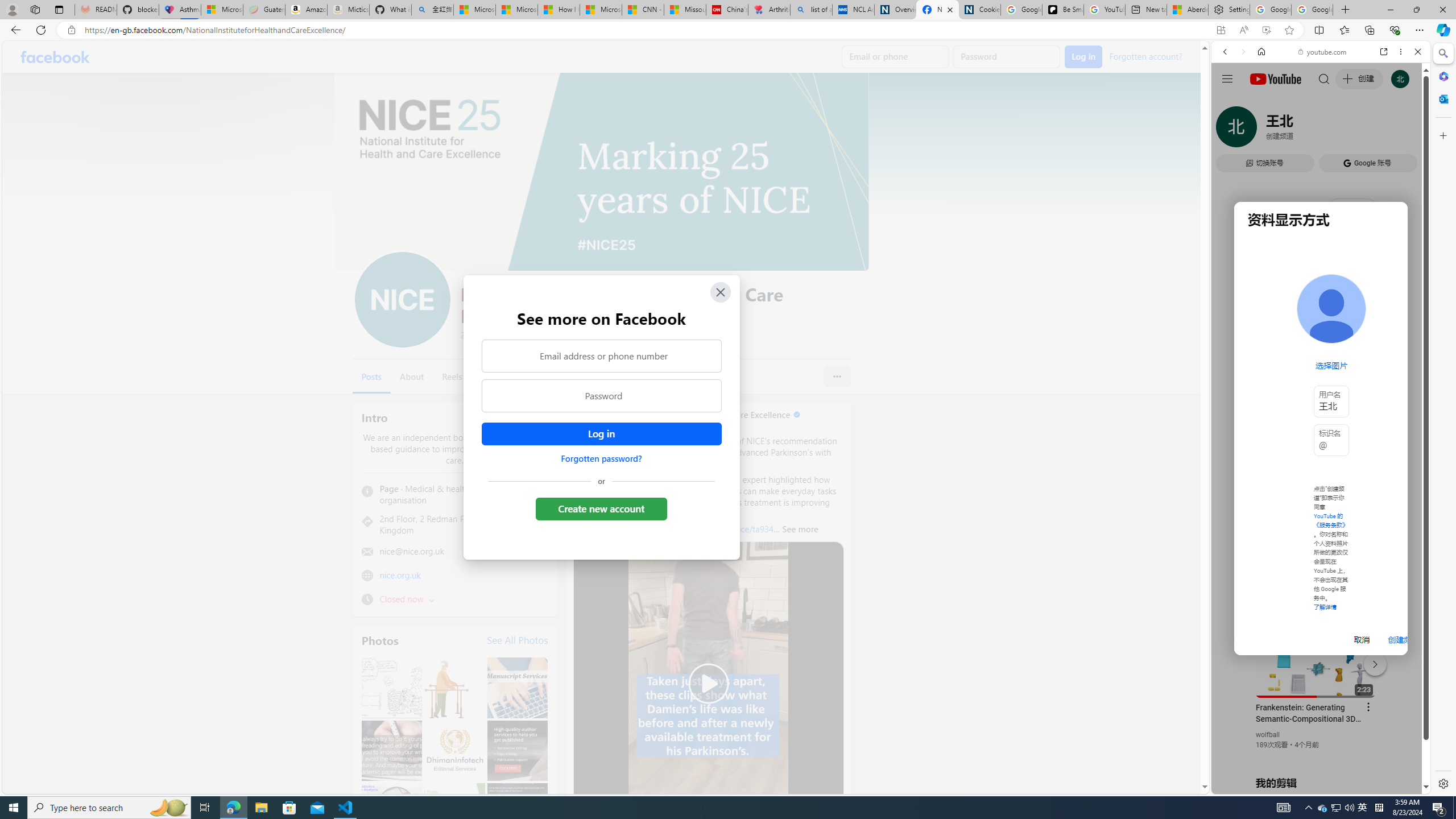 The image size is (1456, 819). I want to click on 'Email or phone', so click(895, 56).